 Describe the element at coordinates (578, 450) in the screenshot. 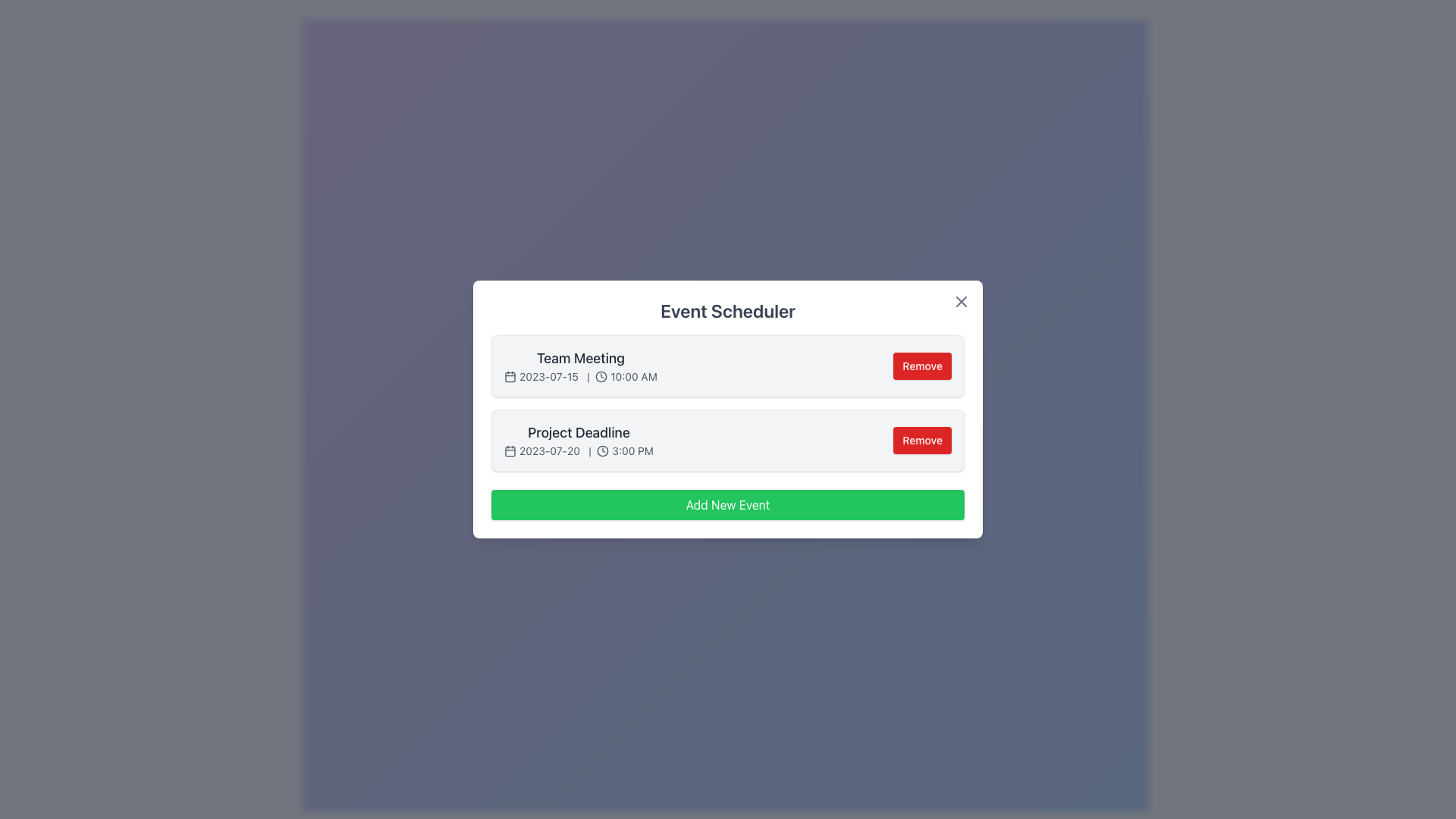

I see `the date and time display element in the 'Event Scheduler' panel, which includes a calendar and clock icon, formatted as '2023-07-20 | 3:00 PM'` at that location.